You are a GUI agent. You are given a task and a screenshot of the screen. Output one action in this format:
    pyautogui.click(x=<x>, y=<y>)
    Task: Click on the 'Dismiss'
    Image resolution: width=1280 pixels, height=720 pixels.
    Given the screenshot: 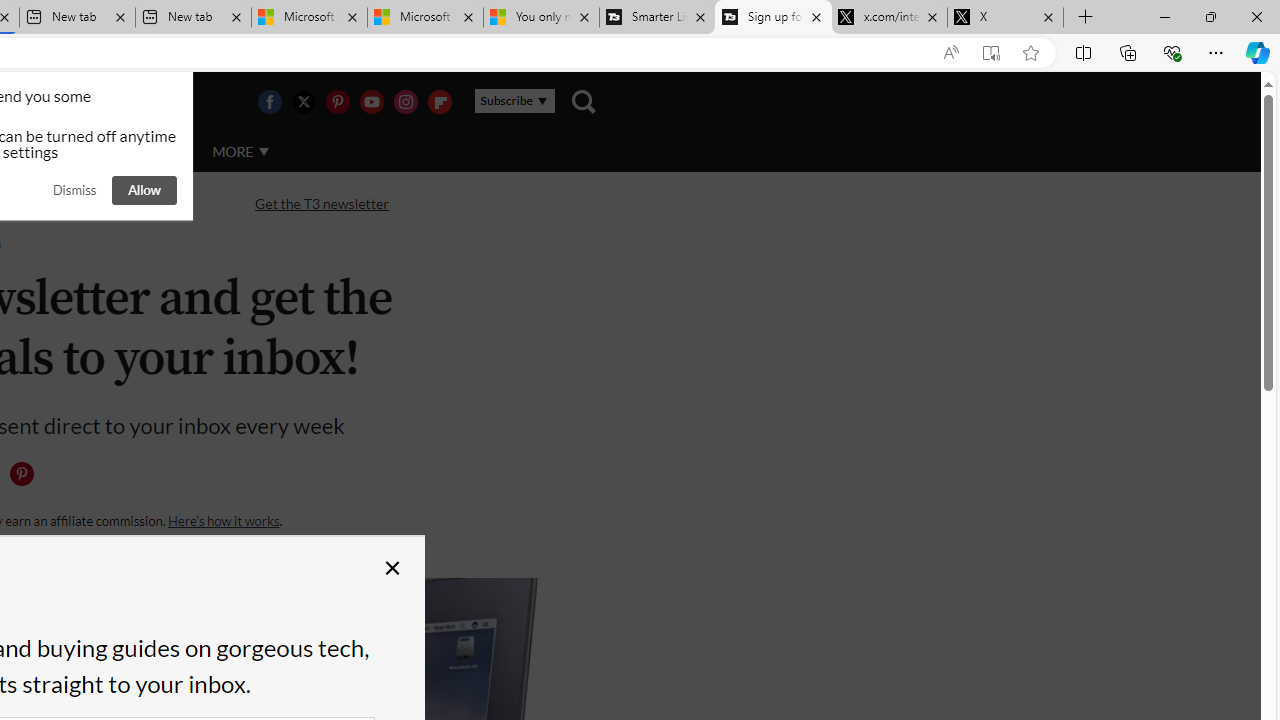 What is the action you would take?
    pyautogui.click(x=74, y=190)
    